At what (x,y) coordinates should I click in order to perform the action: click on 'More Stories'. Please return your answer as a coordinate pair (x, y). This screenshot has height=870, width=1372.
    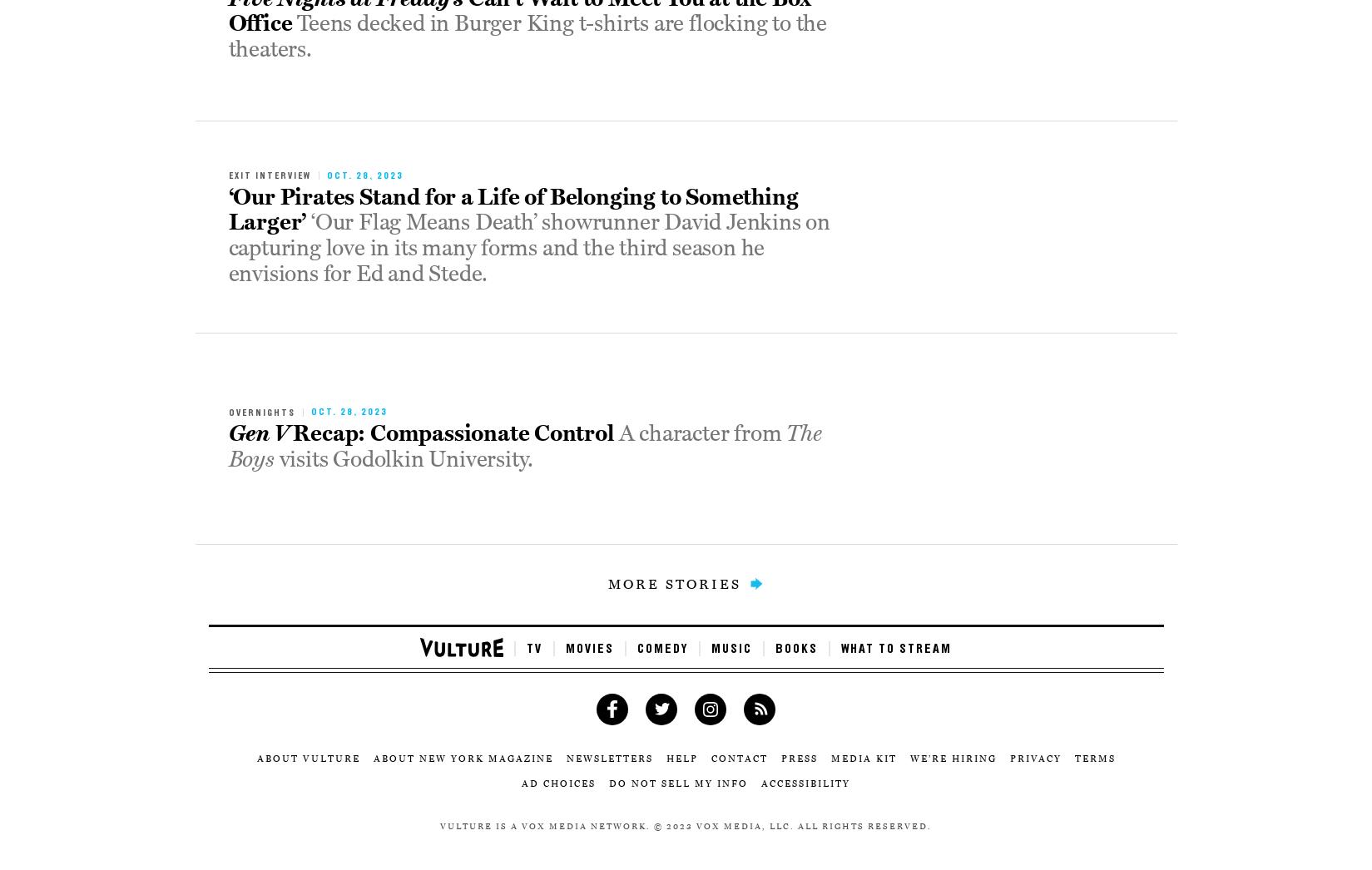
    Looking at the image, I should click on (674, 583).